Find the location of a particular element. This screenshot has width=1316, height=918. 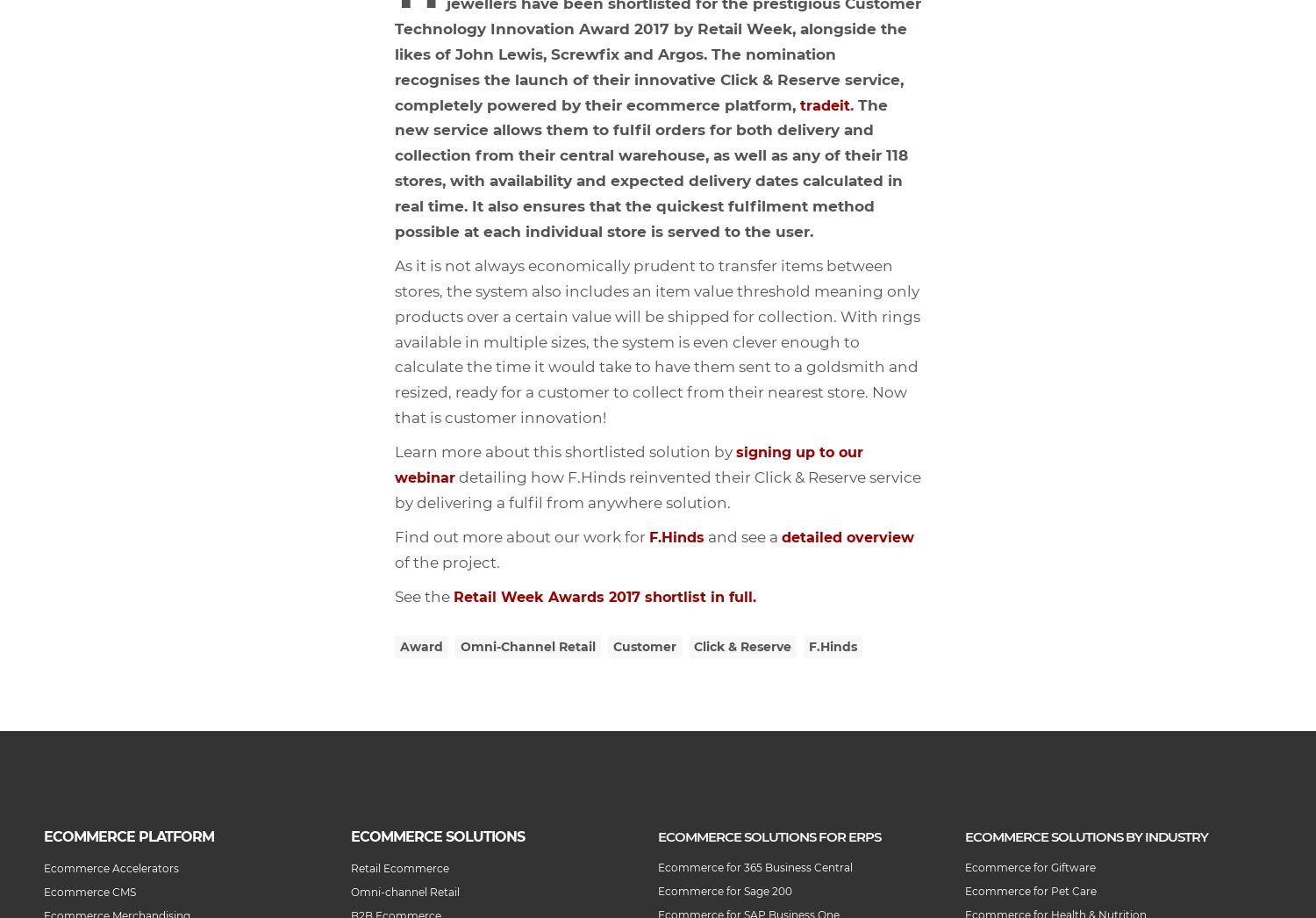

'Award' is located at coordinates (399, 646).